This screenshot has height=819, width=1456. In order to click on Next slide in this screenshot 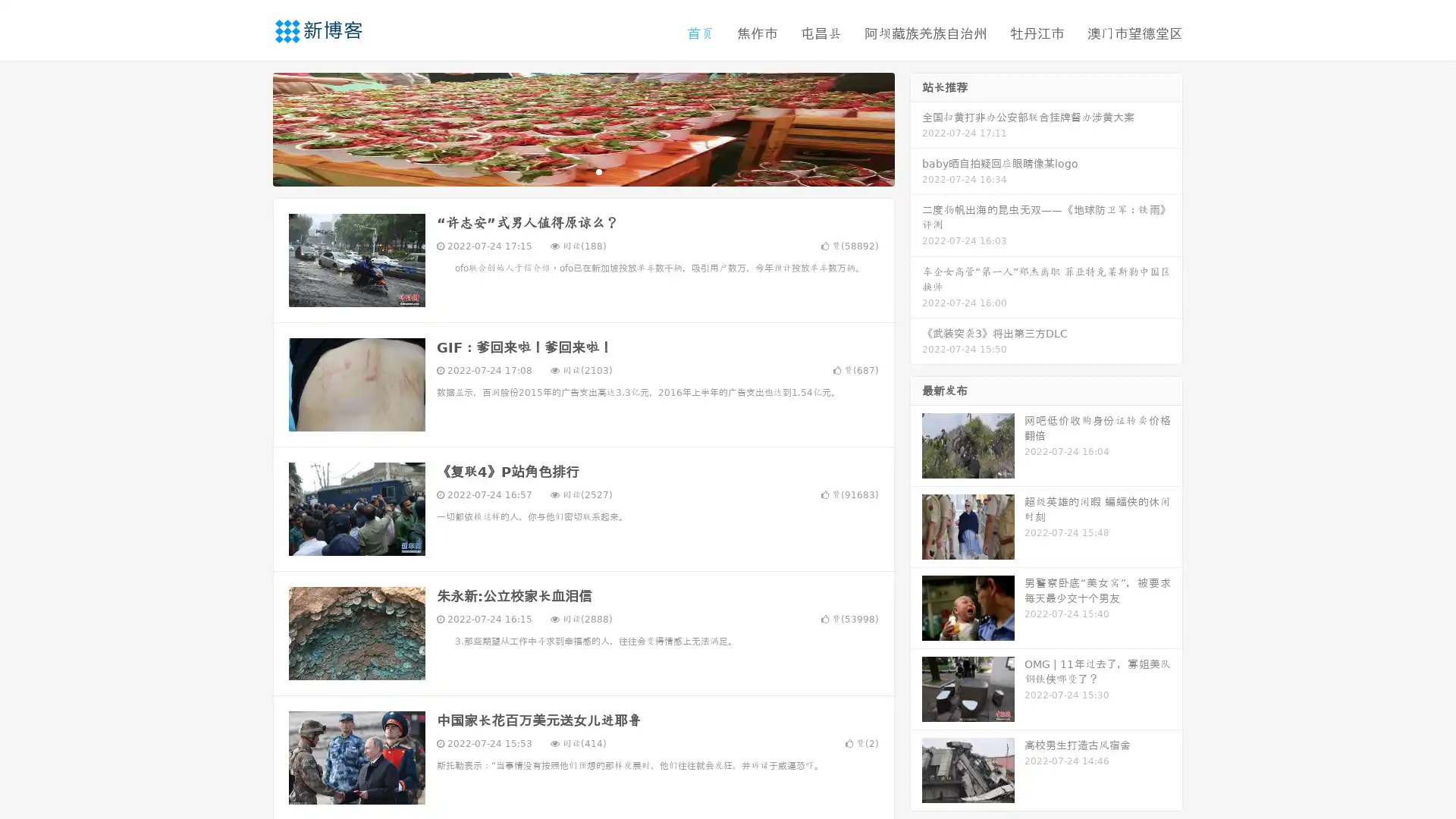, I will do `click(916, 127)`.